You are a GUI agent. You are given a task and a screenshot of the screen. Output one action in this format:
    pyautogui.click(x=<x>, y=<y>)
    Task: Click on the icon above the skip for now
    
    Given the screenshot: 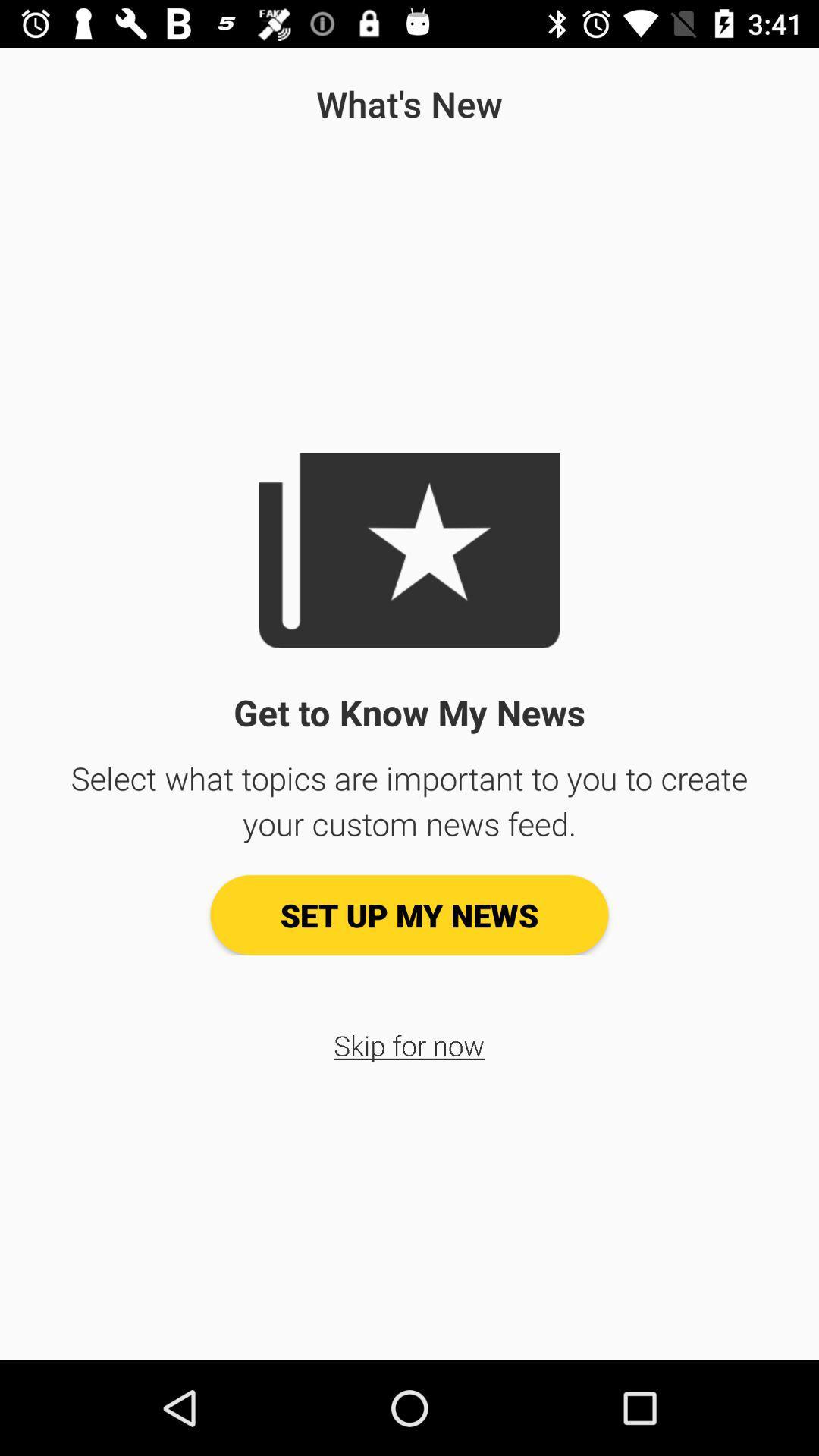 What is the action you would take?
    pyautogui.click(x=409, y=914)
    